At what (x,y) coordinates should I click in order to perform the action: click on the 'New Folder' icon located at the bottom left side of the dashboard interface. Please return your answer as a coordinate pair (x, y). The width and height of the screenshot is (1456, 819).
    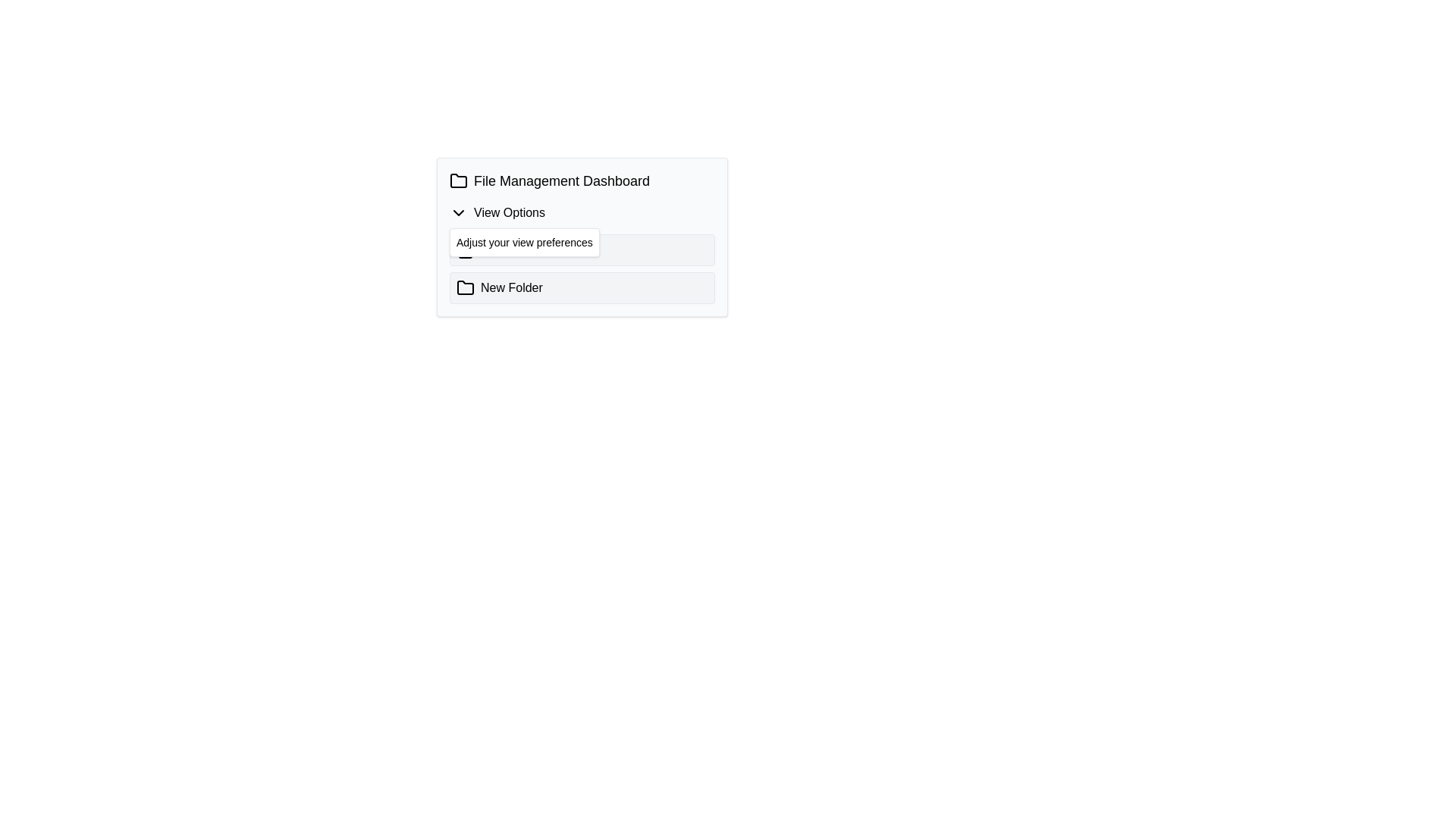
    Looking at the image, I should click on (465, 287).